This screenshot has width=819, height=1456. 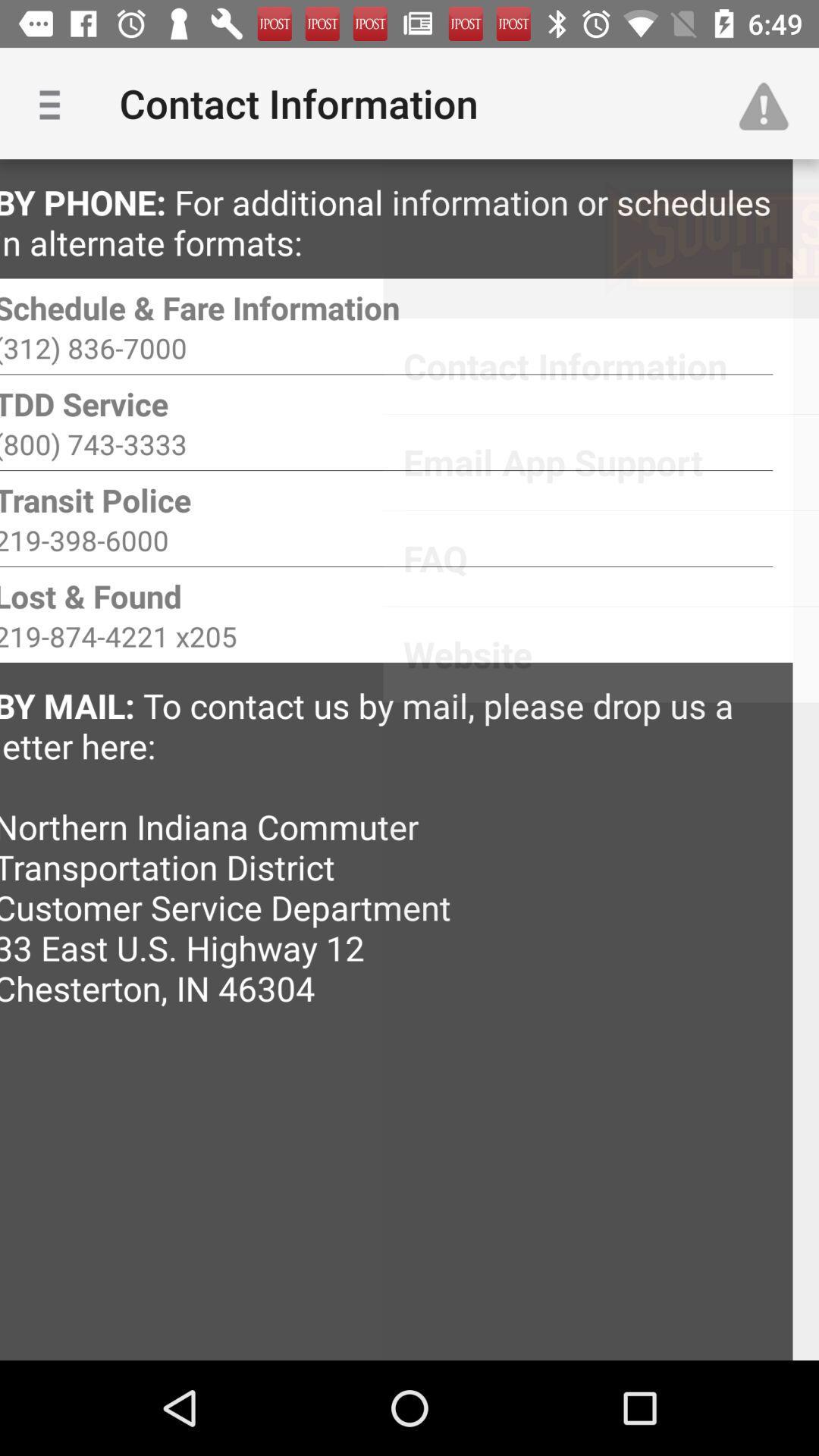 What do you see at coordinates (55, 102) in the screenshot?
I see `item above by phone for` at bounding box center [55, 102].